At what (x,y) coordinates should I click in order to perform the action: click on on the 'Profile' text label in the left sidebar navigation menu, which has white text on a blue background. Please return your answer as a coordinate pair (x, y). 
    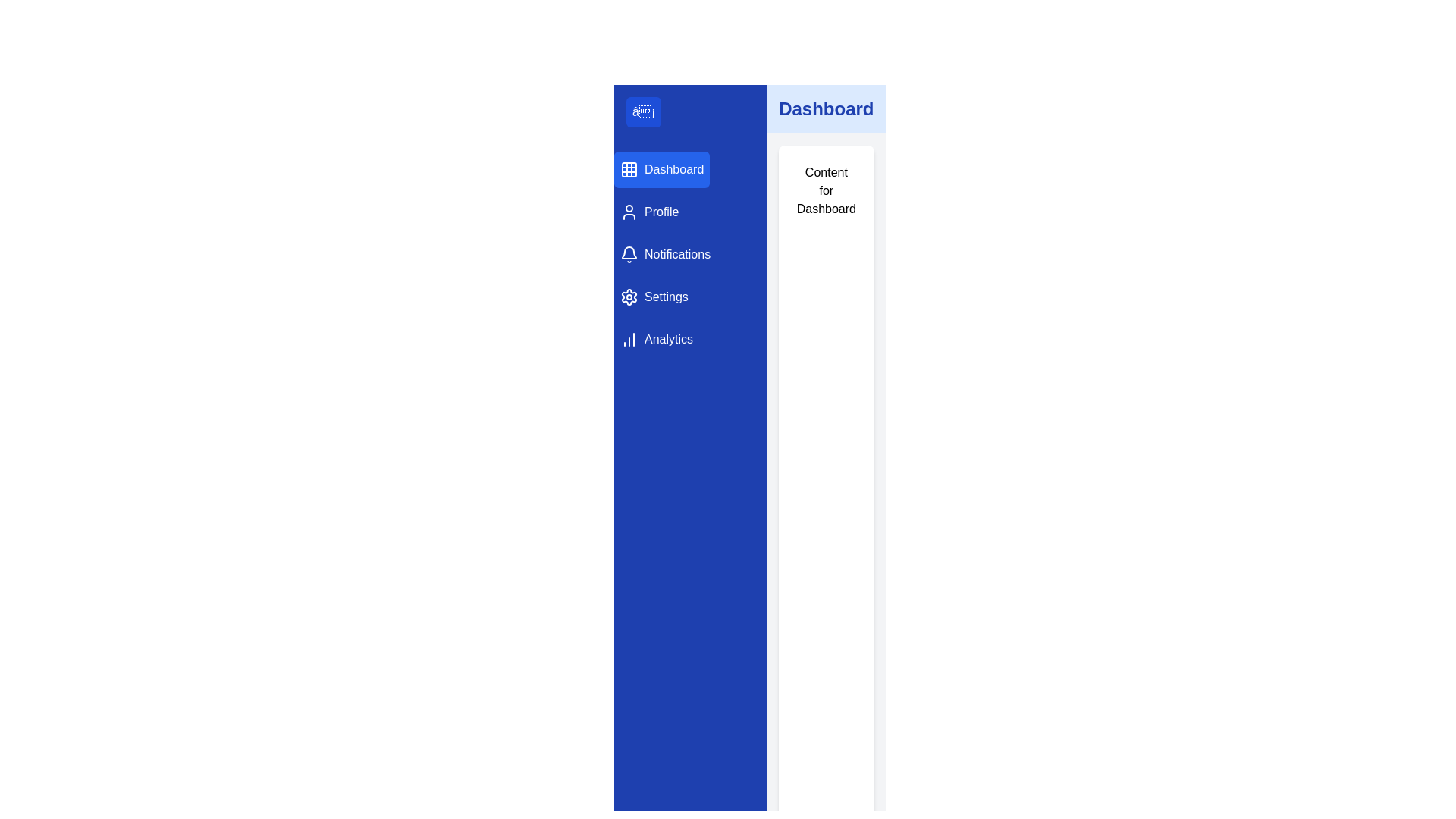
    Looking at the image, I should click on (661, 212).